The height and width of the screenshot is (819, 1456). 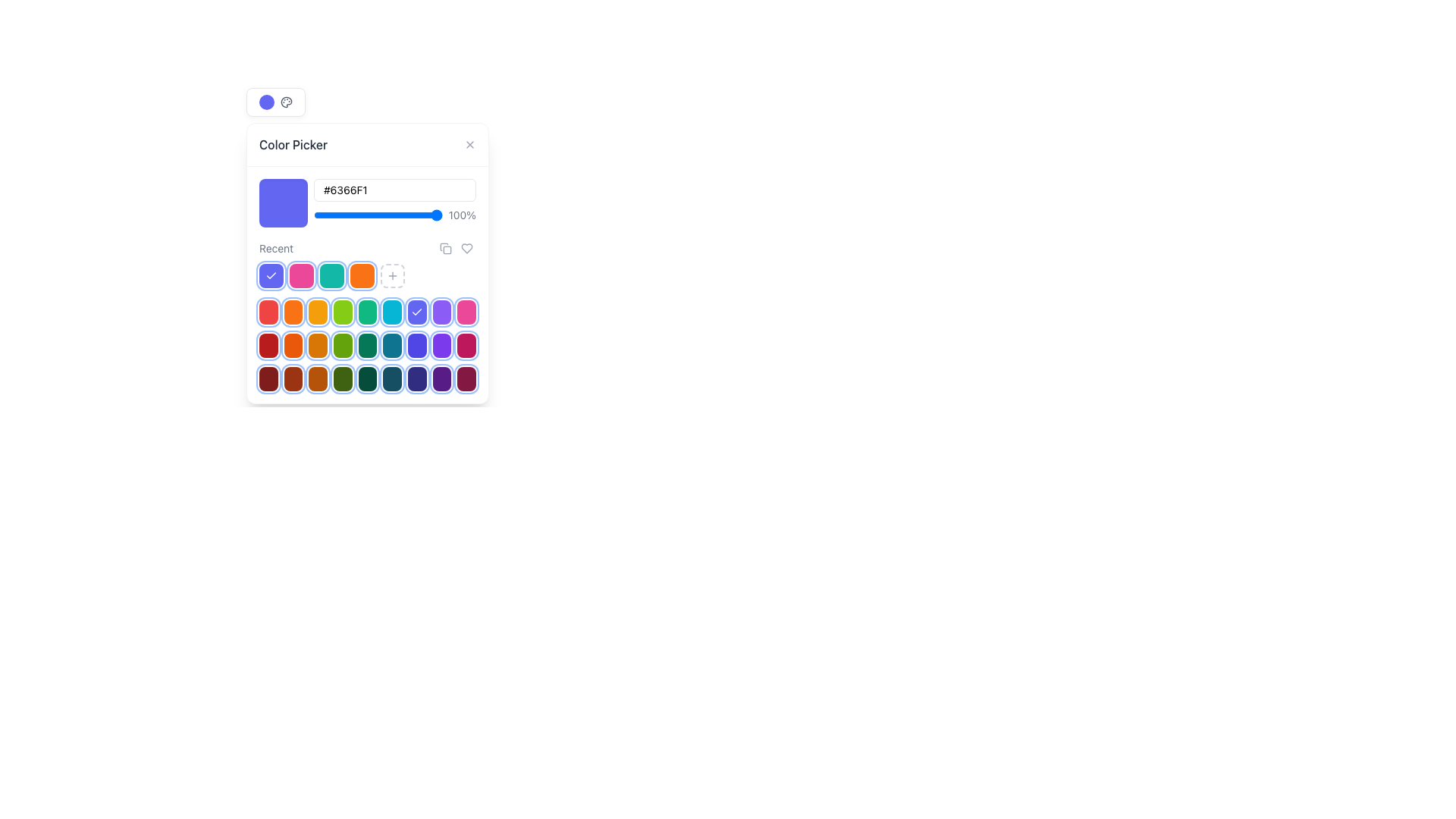 What do you see at coordinates (393, 275) in the screenshot?
I see `the add button located at the center of a circular area with a dashed border` at bounding box center [393, 275].